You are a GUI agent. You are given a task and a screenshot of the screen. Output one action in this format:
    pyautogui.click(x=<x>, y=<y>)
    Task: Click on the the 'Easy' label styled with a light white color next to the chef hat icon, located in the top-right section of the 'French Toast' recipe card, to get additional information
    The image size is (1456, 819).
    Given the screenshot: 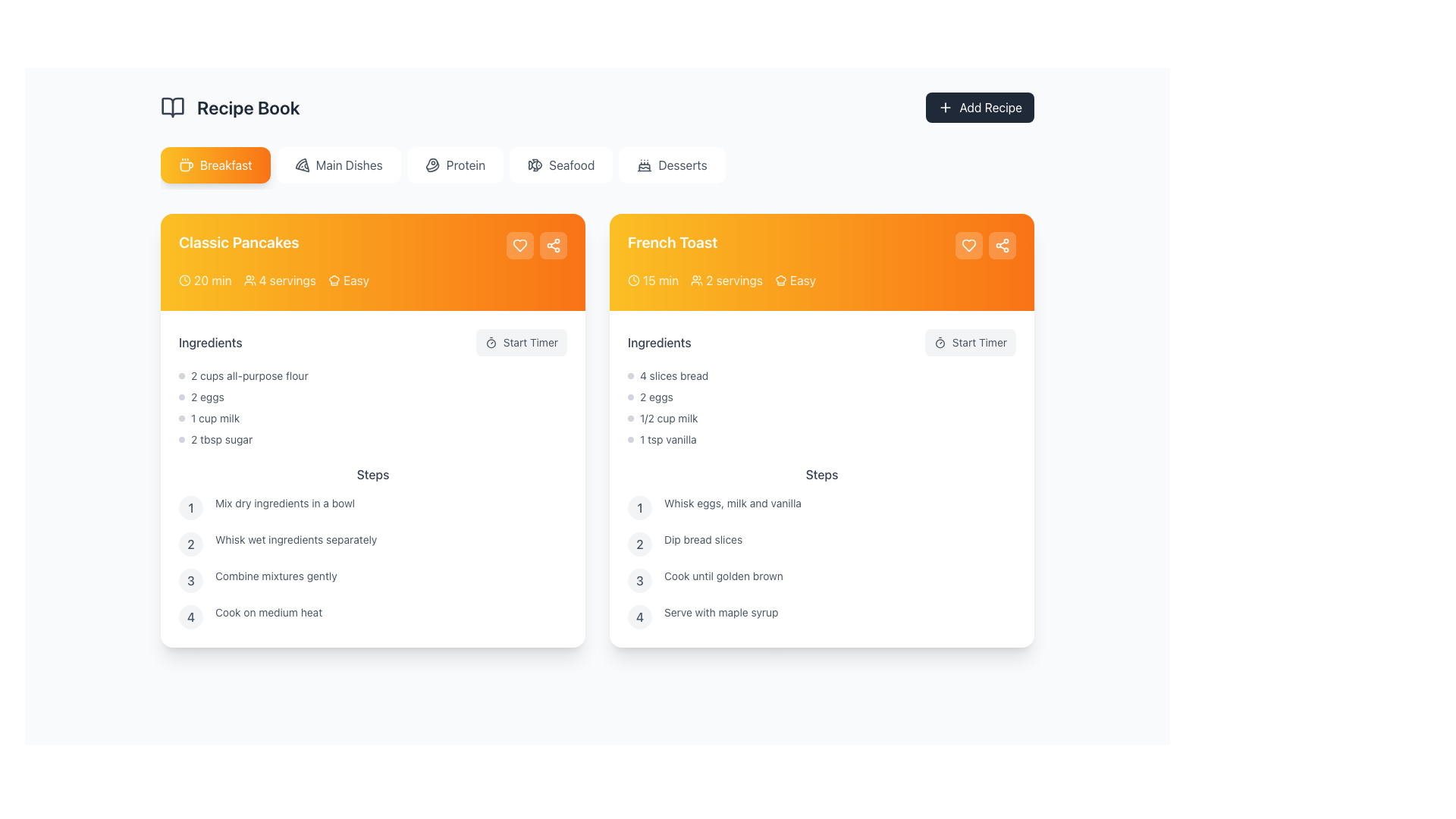 What is the action you would take?
    pyautogui.click(x=794, y=281)
    